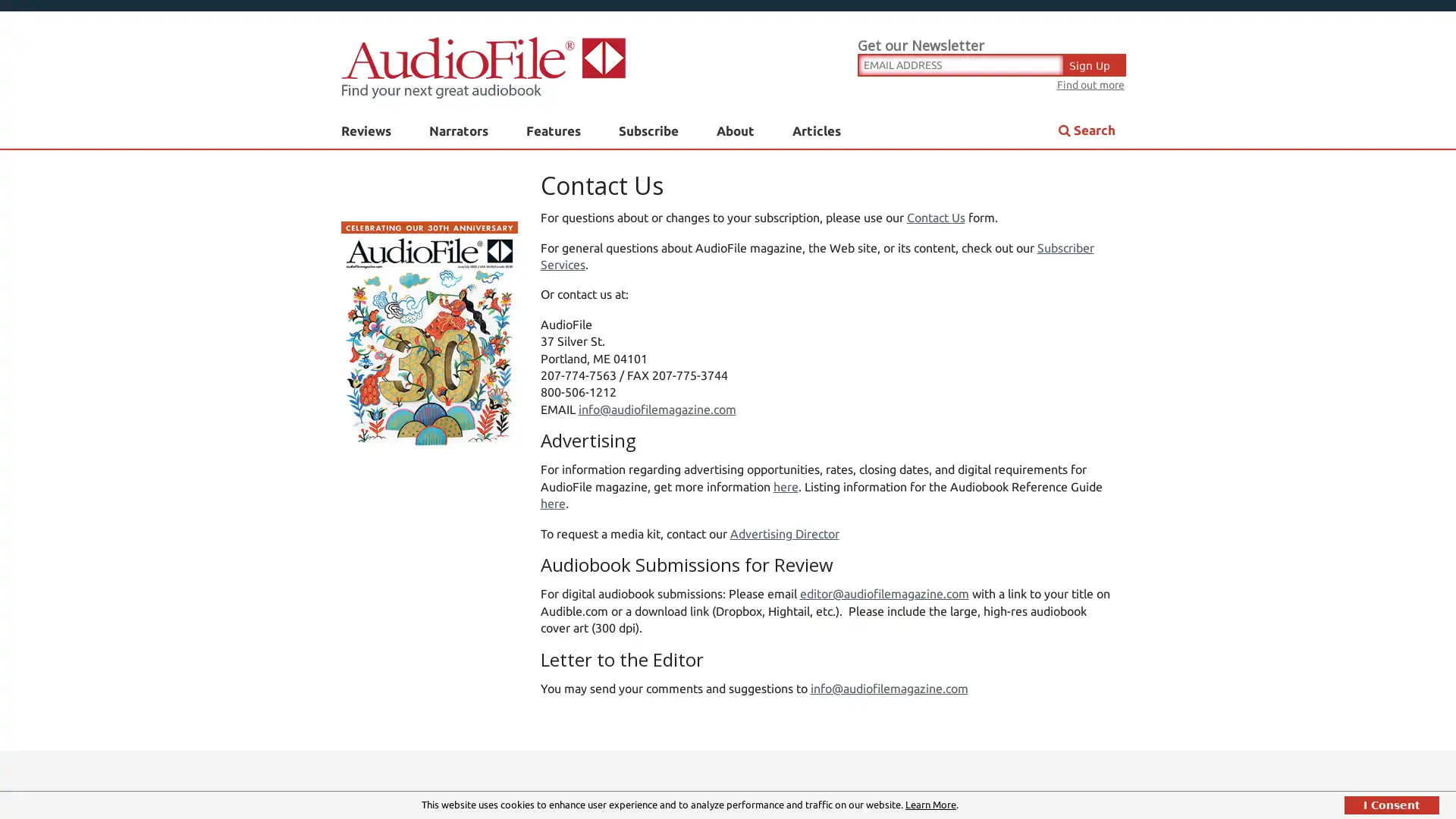 This screenshot has height=819, width=1456. I want to click on Sign Up, so click(1095, 63).